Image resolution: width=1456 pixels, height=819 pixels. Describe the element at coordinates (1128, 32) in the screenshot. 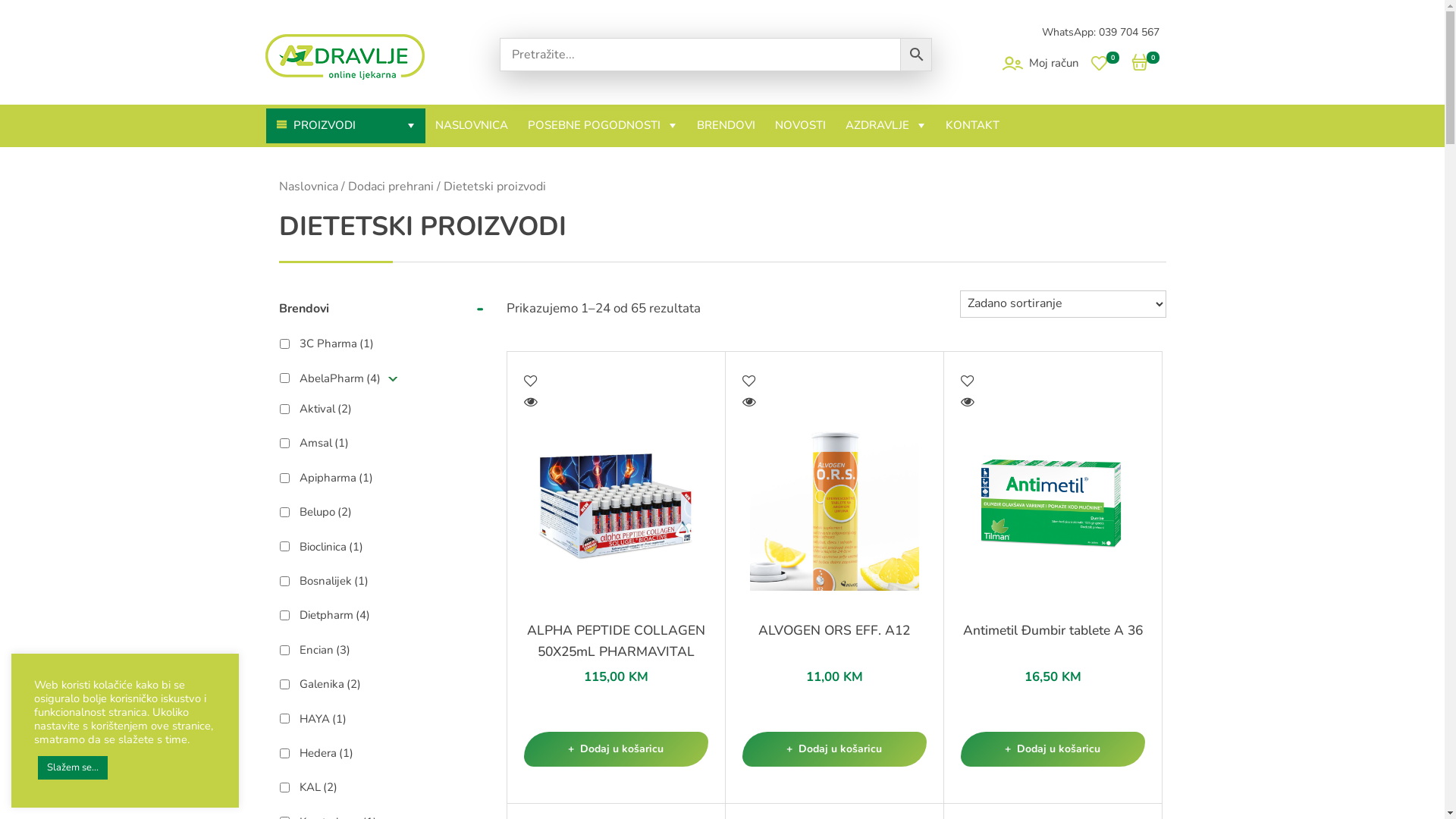

I see `'039 704 567'` at that location.